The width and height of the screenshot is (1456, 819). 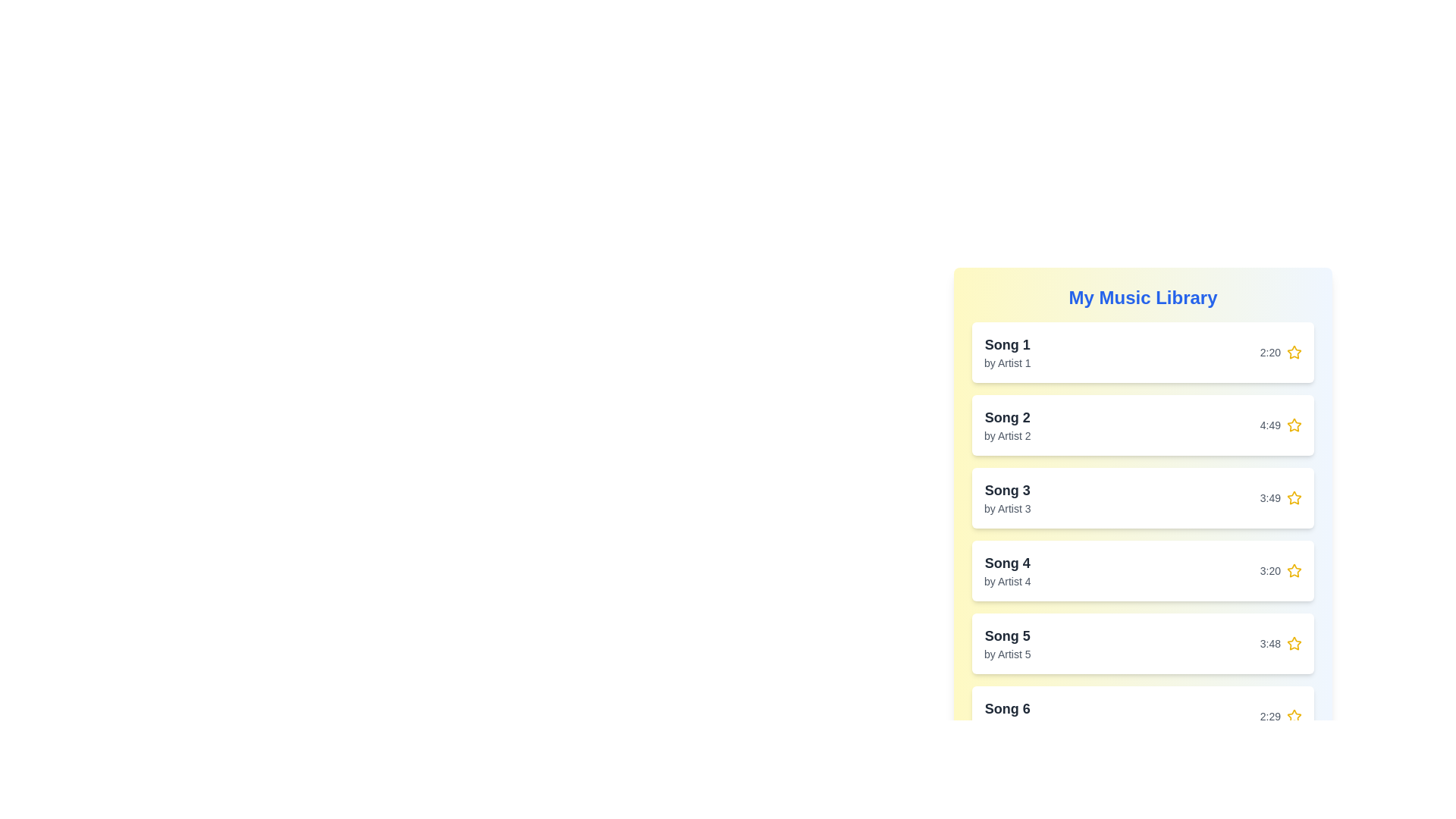 I want to click on the star icon located to the right of the '2:20' text to favorite 'Song 1', so click(x=1294, y=353).